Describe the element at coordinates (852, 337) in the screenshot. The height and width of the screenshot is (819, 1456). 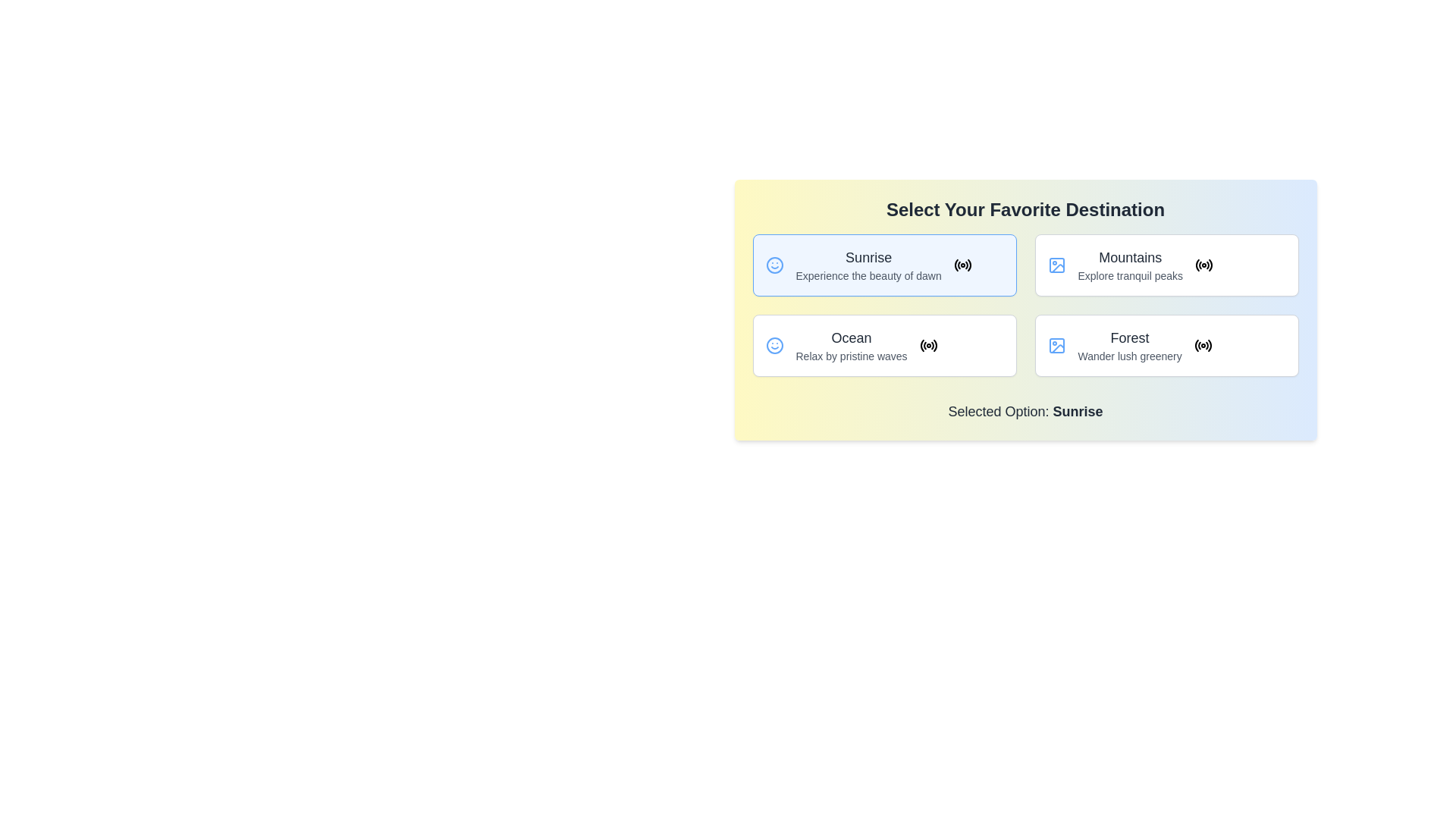
I see `text label 'Ocean' displayed in bold font, located in the second button of the left column in the grid layout` at that location.